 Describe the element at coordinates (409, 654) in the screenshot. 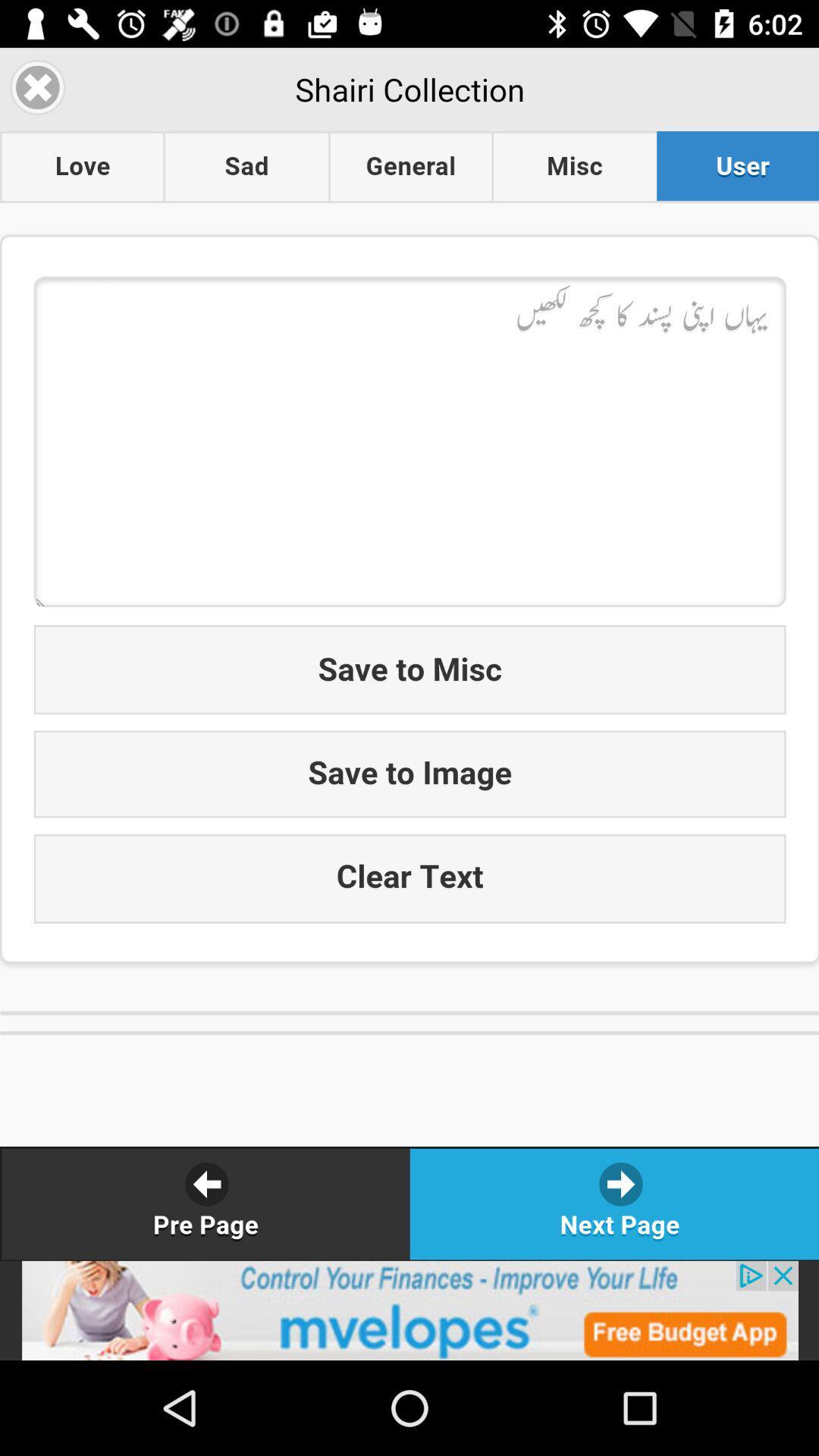

I see `music window` at that location.